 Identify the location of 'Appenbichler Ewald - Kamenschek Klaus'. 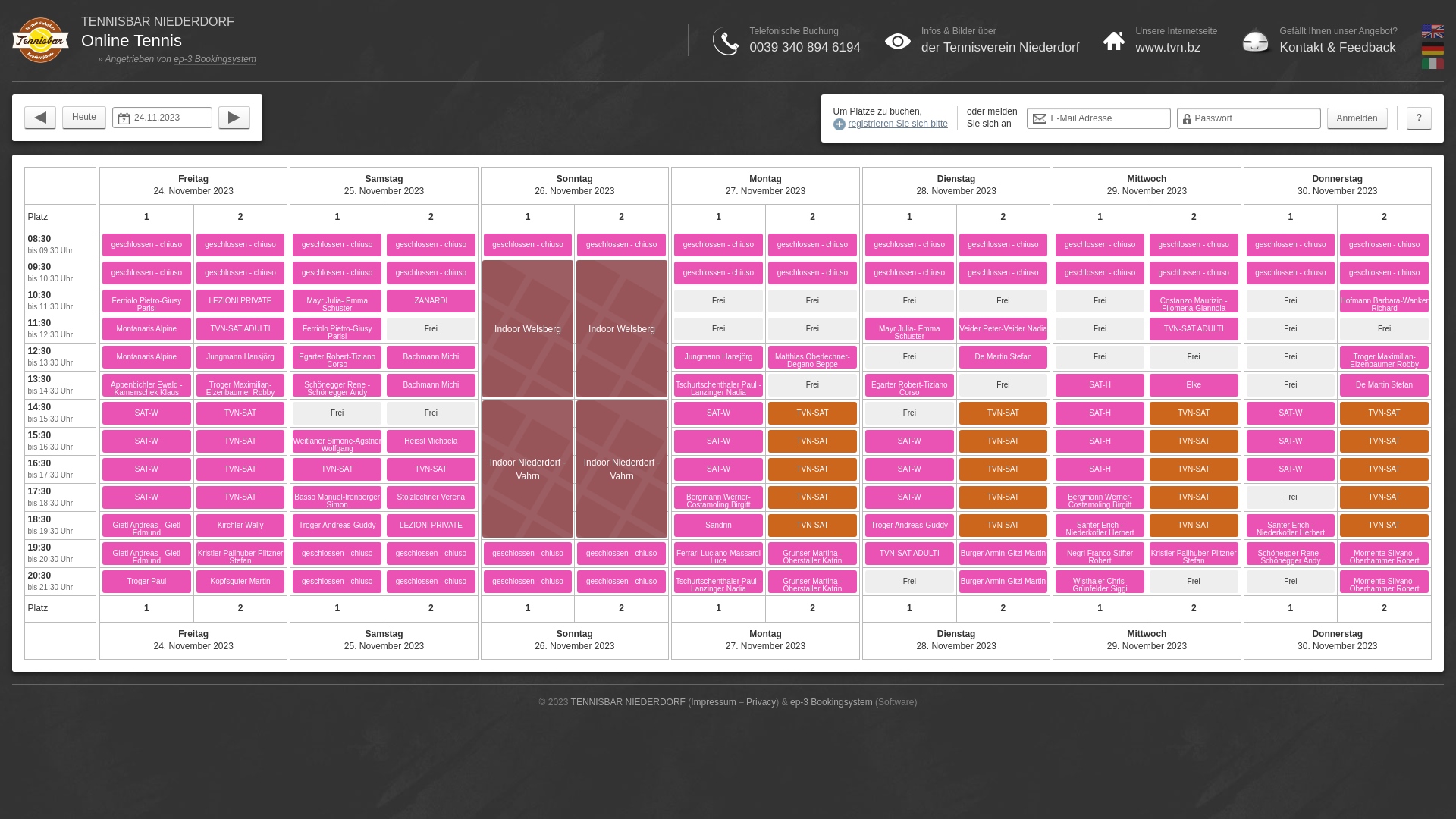
(146, 384).